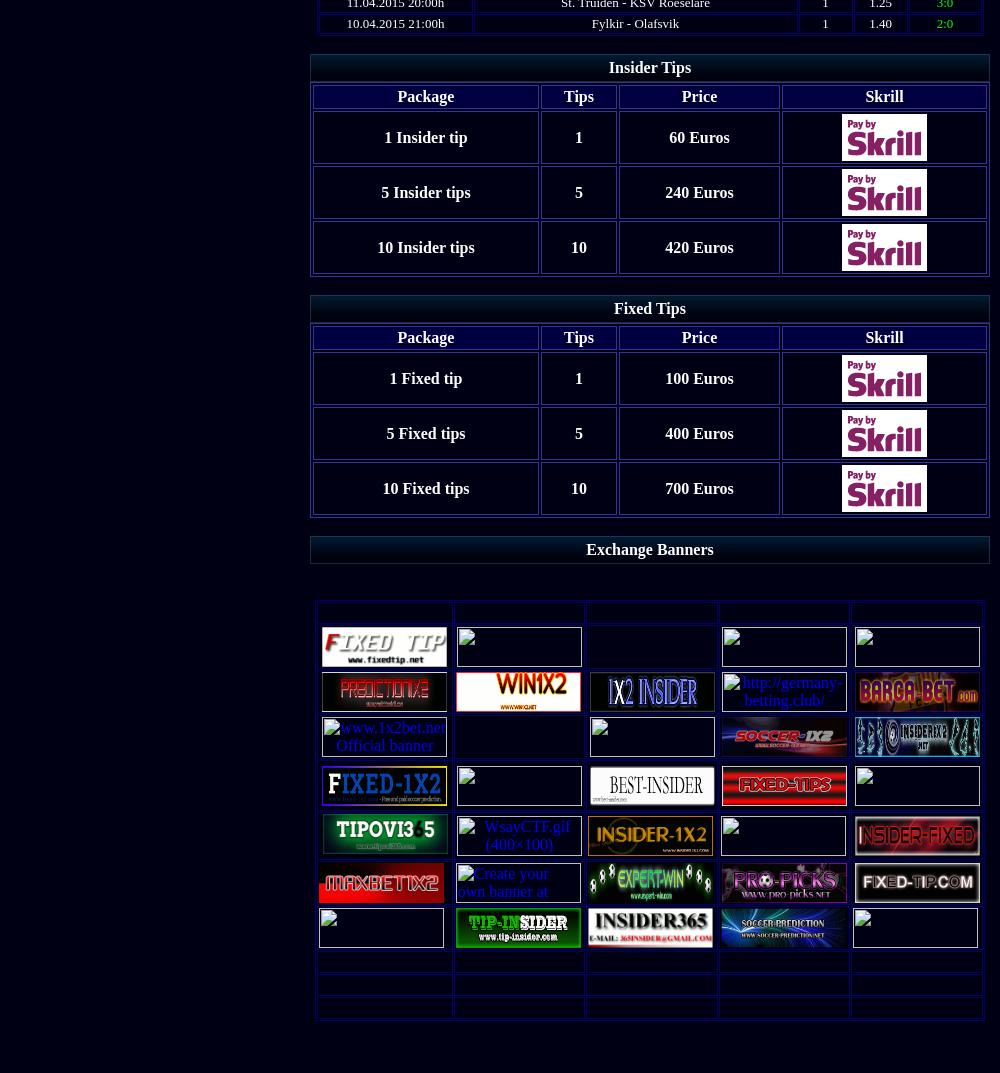 The width and height of the screenshot is (1000, 1073). Describe the element at coordinates (425, 432) in the screenshot. I see `'5 Fixed tips'` at that location.